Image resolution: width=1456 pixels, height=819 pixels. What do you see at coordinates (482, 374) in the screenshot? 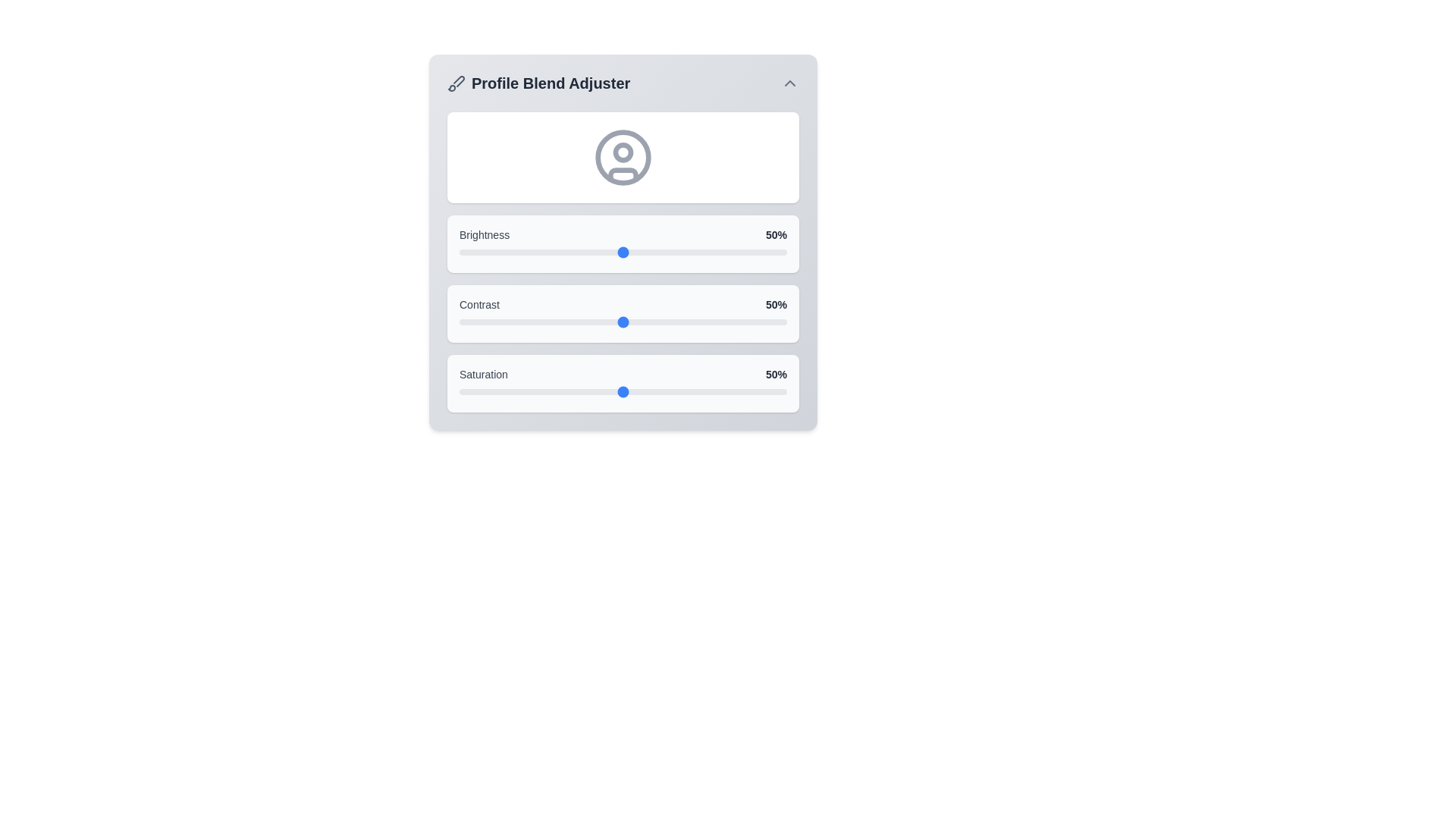
I see `the 'Saturation' text label, which is displayed in a small-sized, medium-weight gray font and is aligned horizontally with a percentage value '50%' to its right, situated below the 'Contrast' label` at bounding box center [482, 374].